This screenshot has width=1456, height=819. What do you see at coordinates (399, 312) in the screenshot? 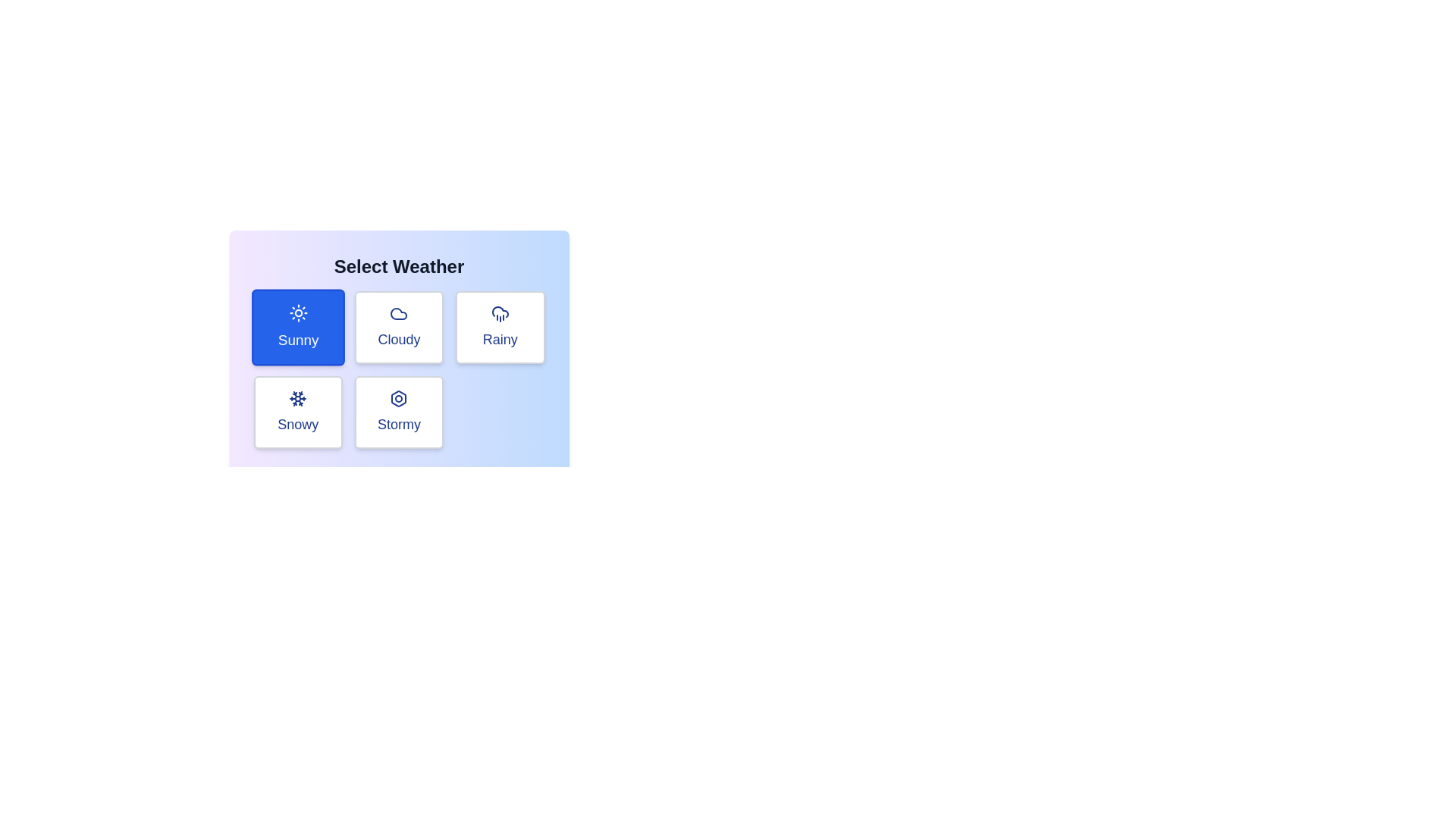
I see `the decorative 'Cloudy' weather icon located in the top row, second column of the weather options grid` at bounding box center [399, 312].